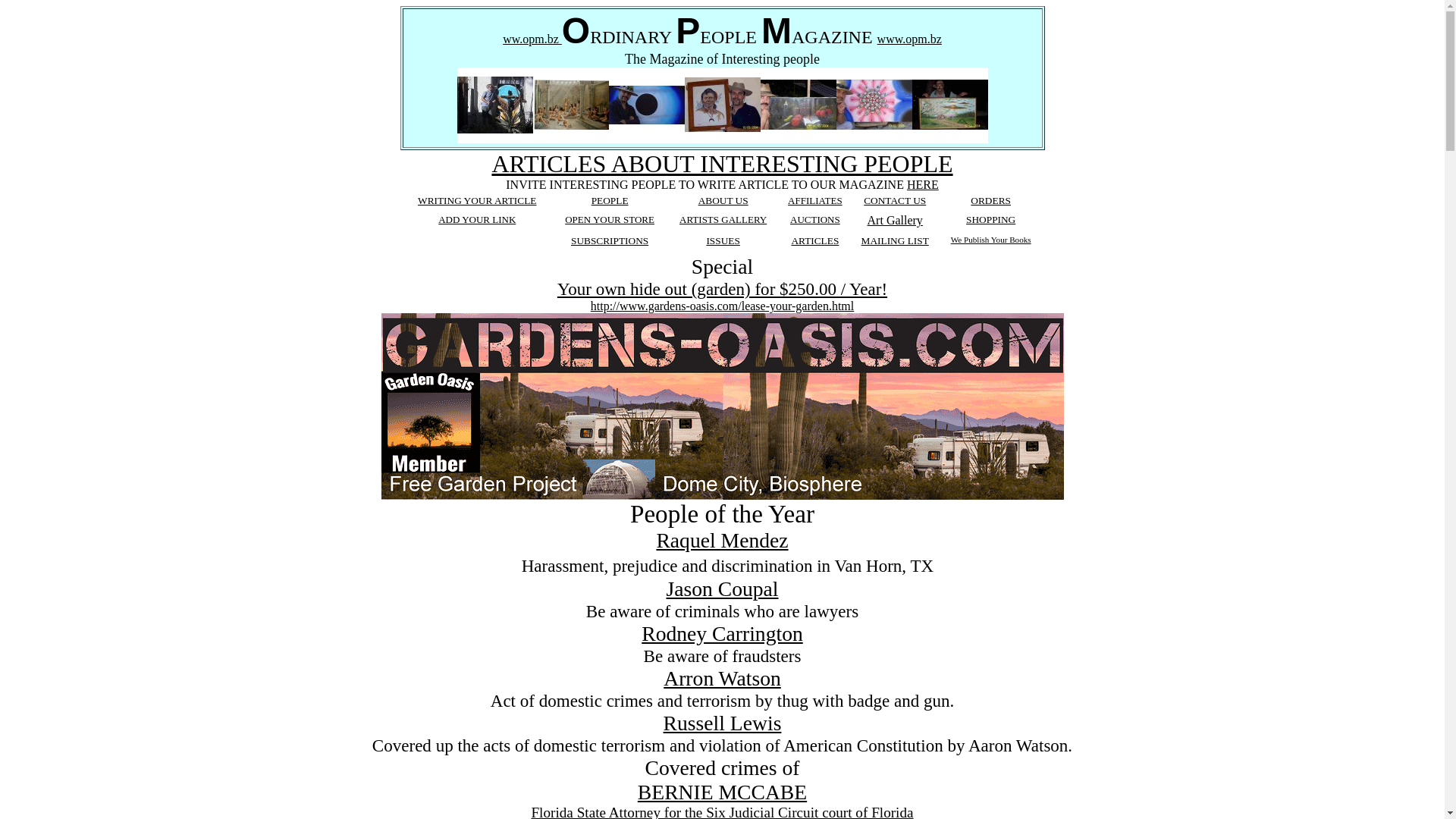  What do you see at coordinates (722, 722) in the screenshot?
I see `'Russell Lewis'` at bounding box center [722, 722].